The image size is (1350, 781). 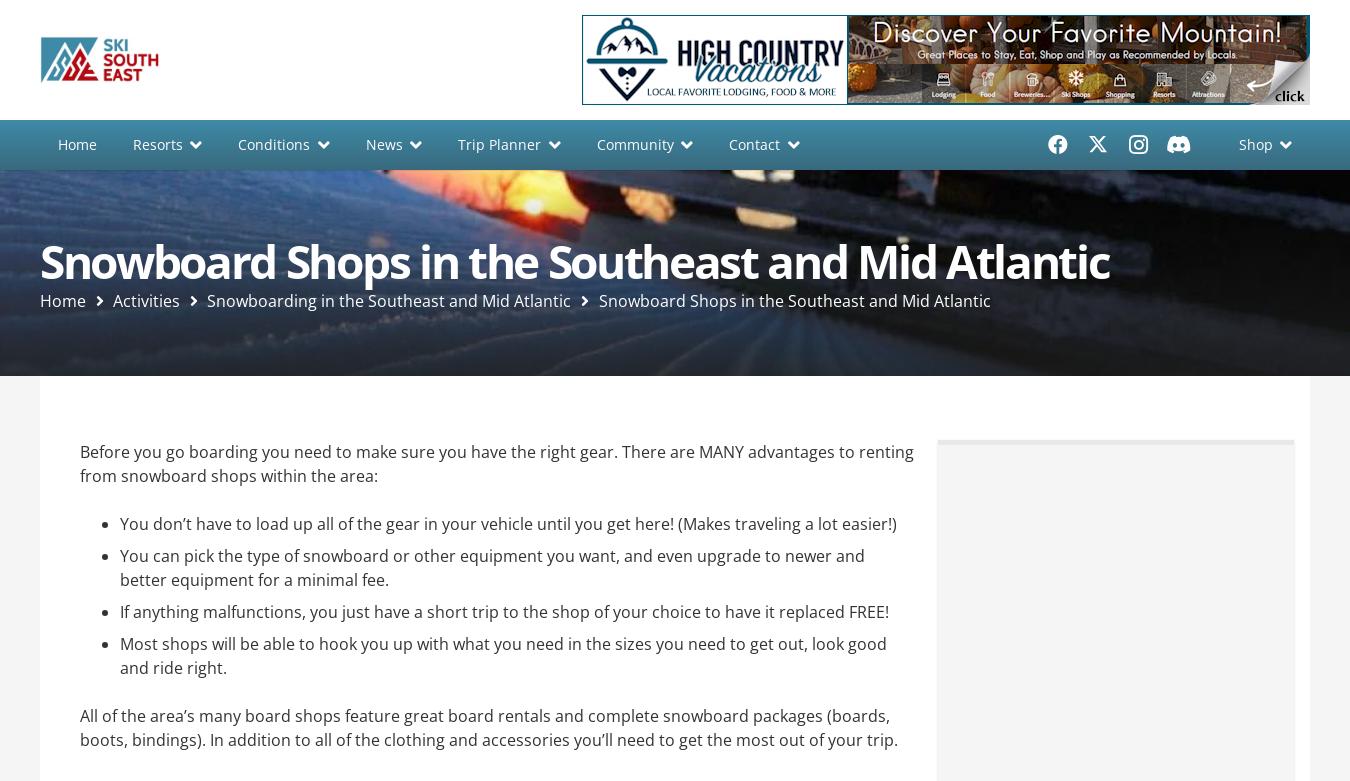 What do you see at coordinates (1254, 143) in the screenshot?
I see `'Shop'` at bounding box center [1254, 143].